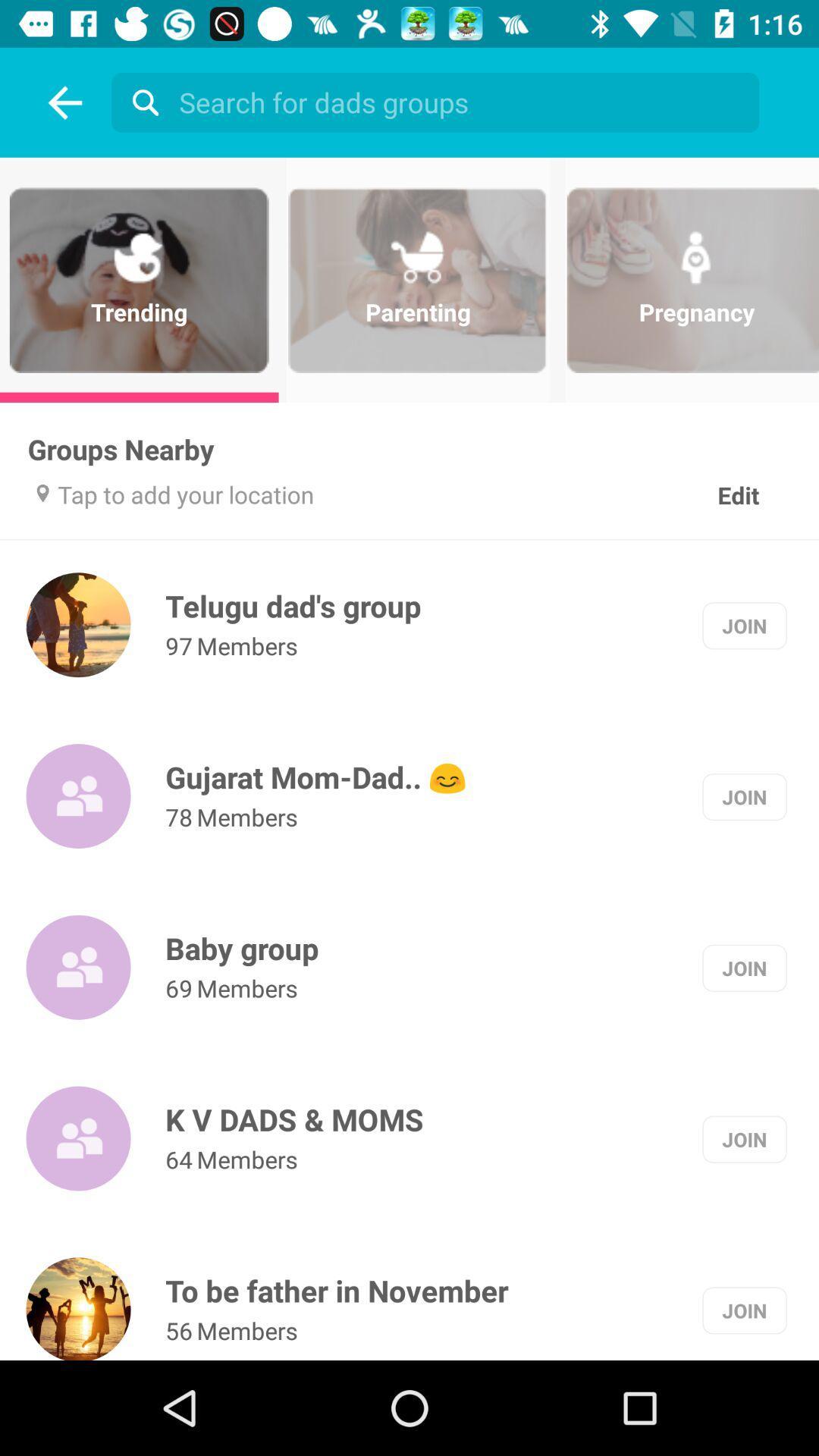 This screenshot has width=819, height=1456. Describe the element at coordinates (737, 478) in the screenshot. I see `the edit` at that location.